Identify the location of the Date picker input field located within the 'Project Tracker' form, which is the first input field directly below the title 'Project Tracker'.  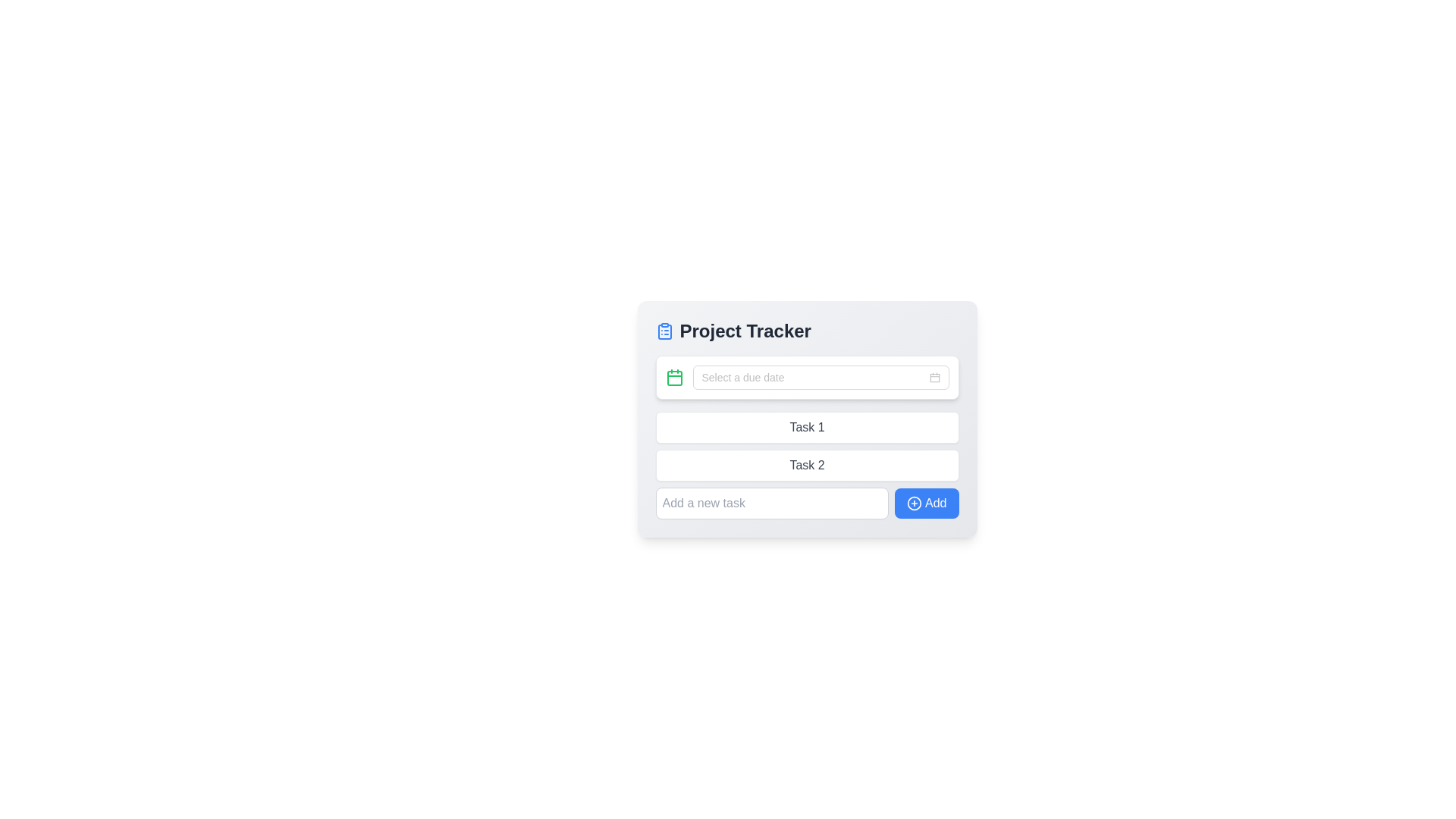
(820, 376).